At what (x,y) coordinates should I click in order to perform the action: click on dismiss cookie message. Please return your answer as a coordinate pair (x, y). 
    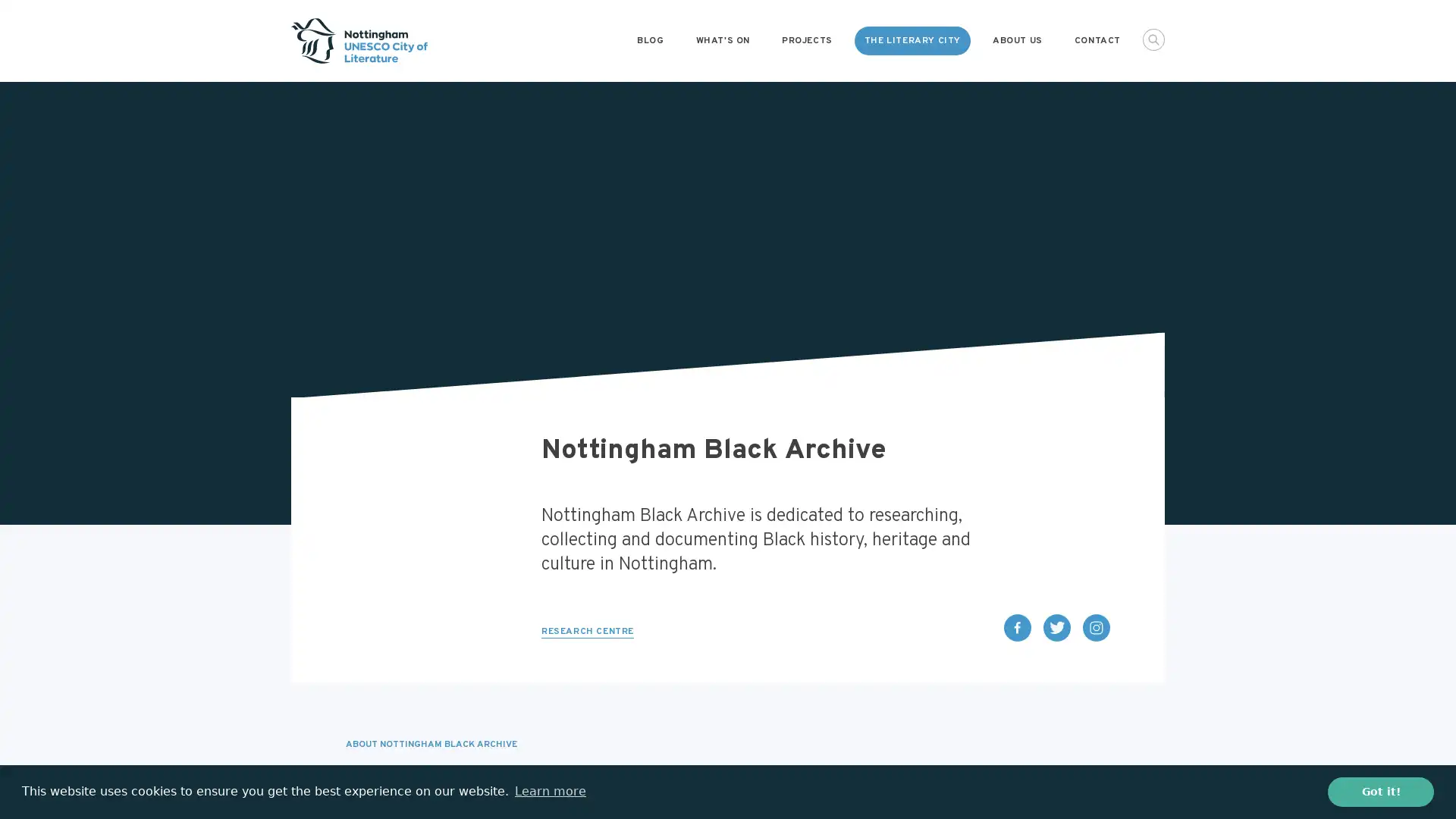
    Looking at the image, I should click on (1380, 791).